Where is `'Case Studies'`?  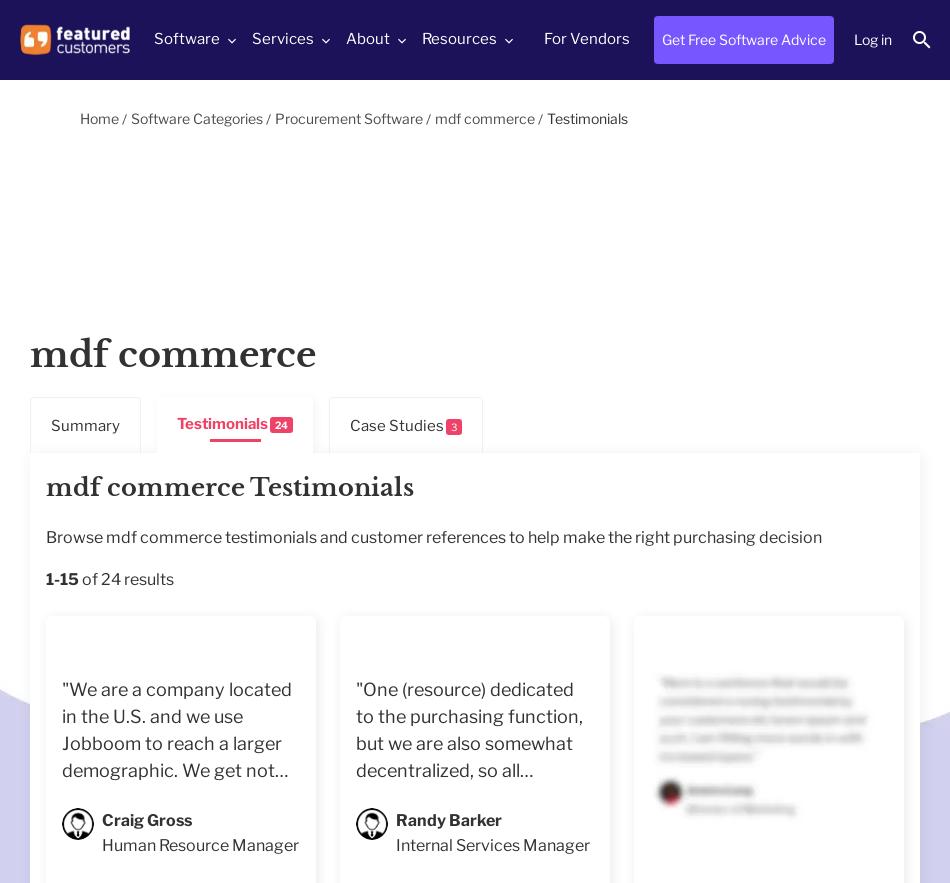 'Case Studies' is located at coordinates (348, 424).